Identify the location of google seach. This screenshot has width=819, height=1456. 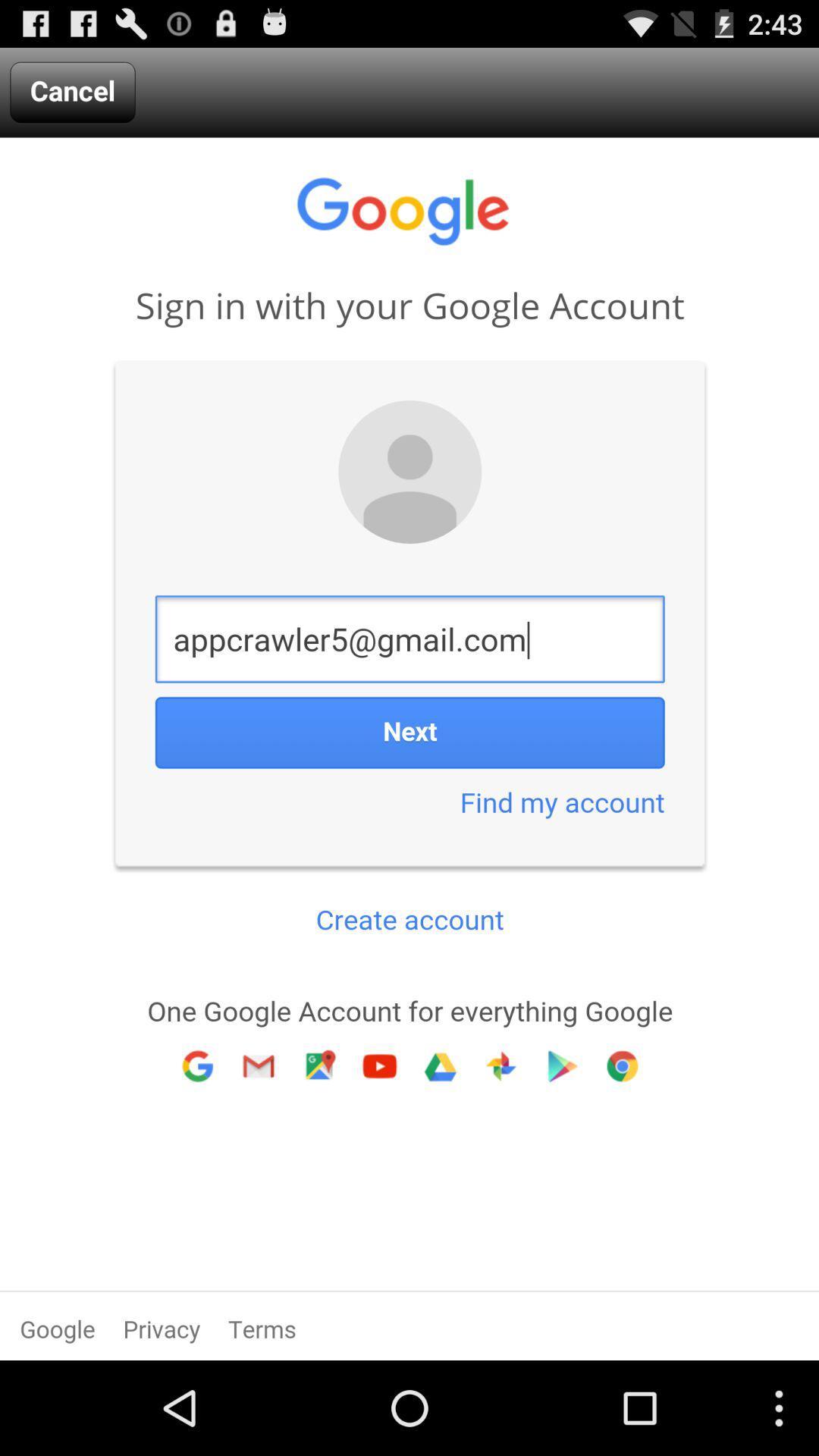
(409, 748).